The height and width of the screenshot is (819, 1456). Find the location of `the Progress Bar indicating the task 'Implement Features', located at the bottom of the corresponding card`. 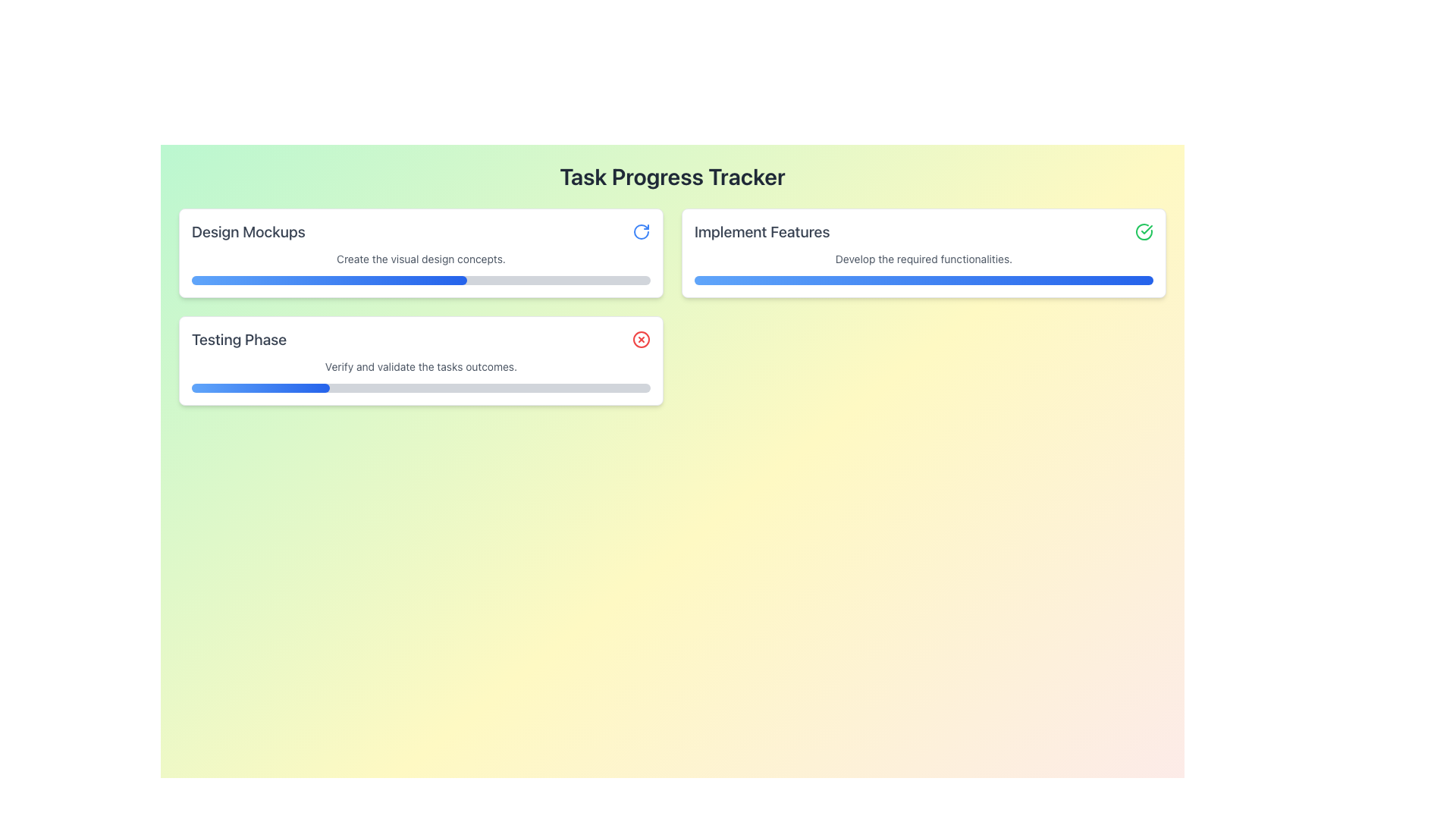

the Progress Bar indicating the task 'Implement Features', located at the bottom of the corresponding card is located at coordinates (923, 281).